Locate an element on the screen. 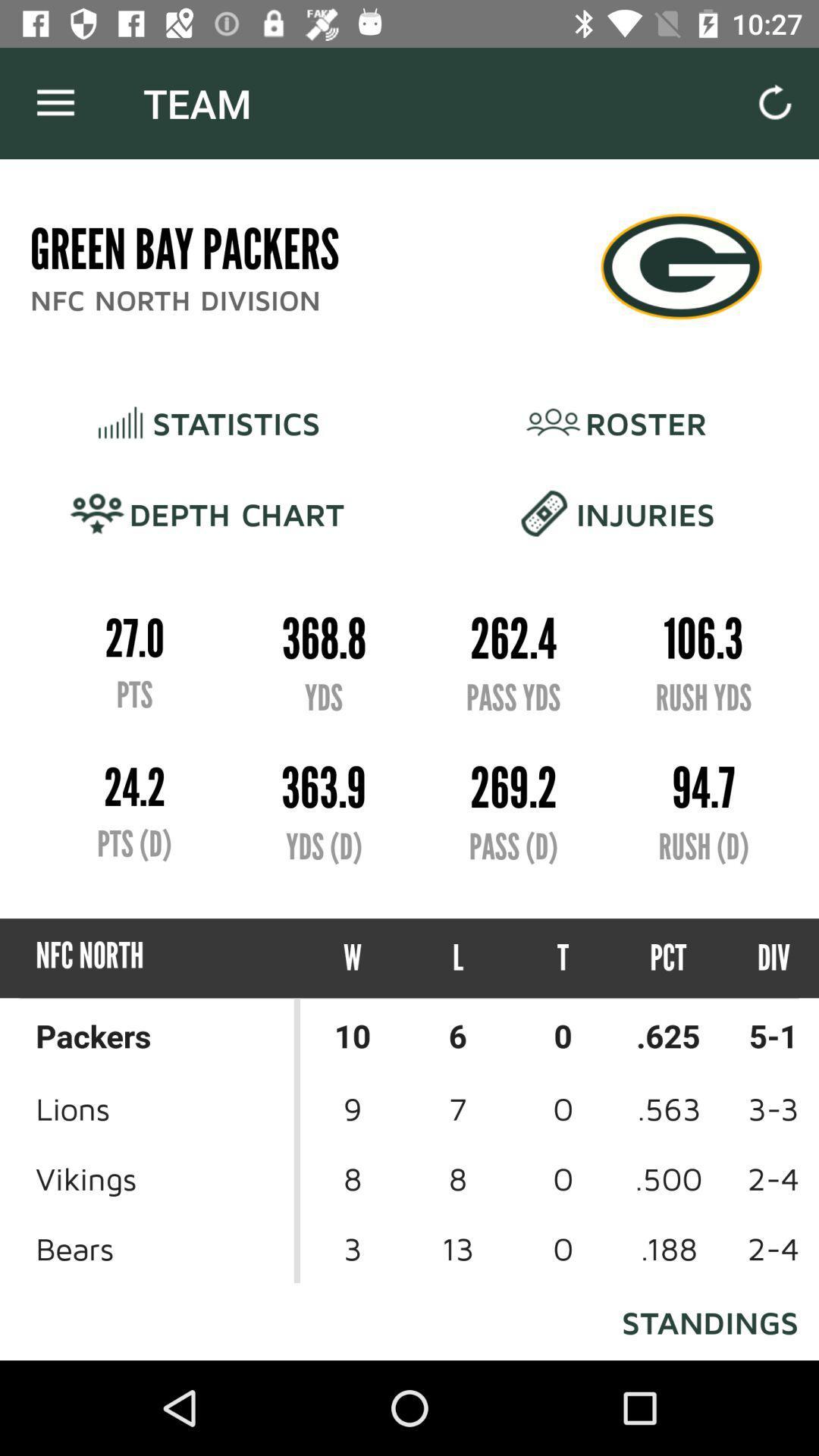  the icon to the right of the l icon is located at coordinates (563, 957).